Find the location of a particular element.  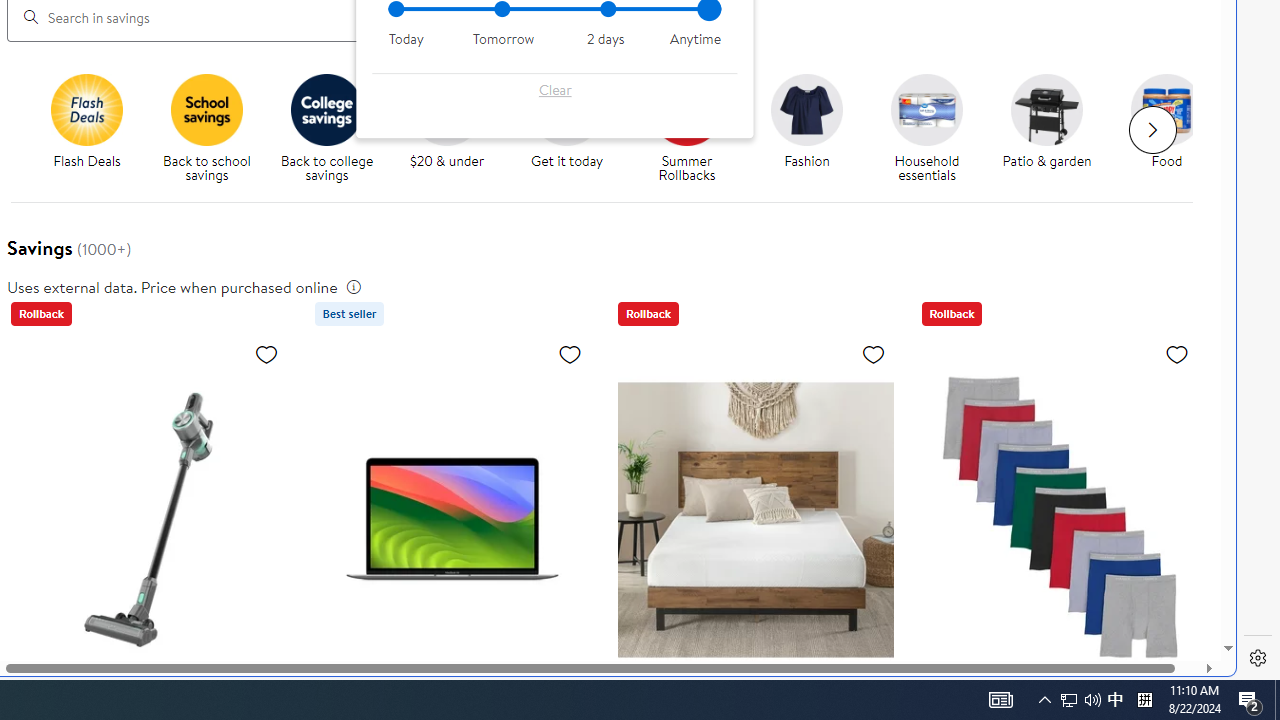

'Flash deals Flash Deals' is located at coordinates (86, 122).